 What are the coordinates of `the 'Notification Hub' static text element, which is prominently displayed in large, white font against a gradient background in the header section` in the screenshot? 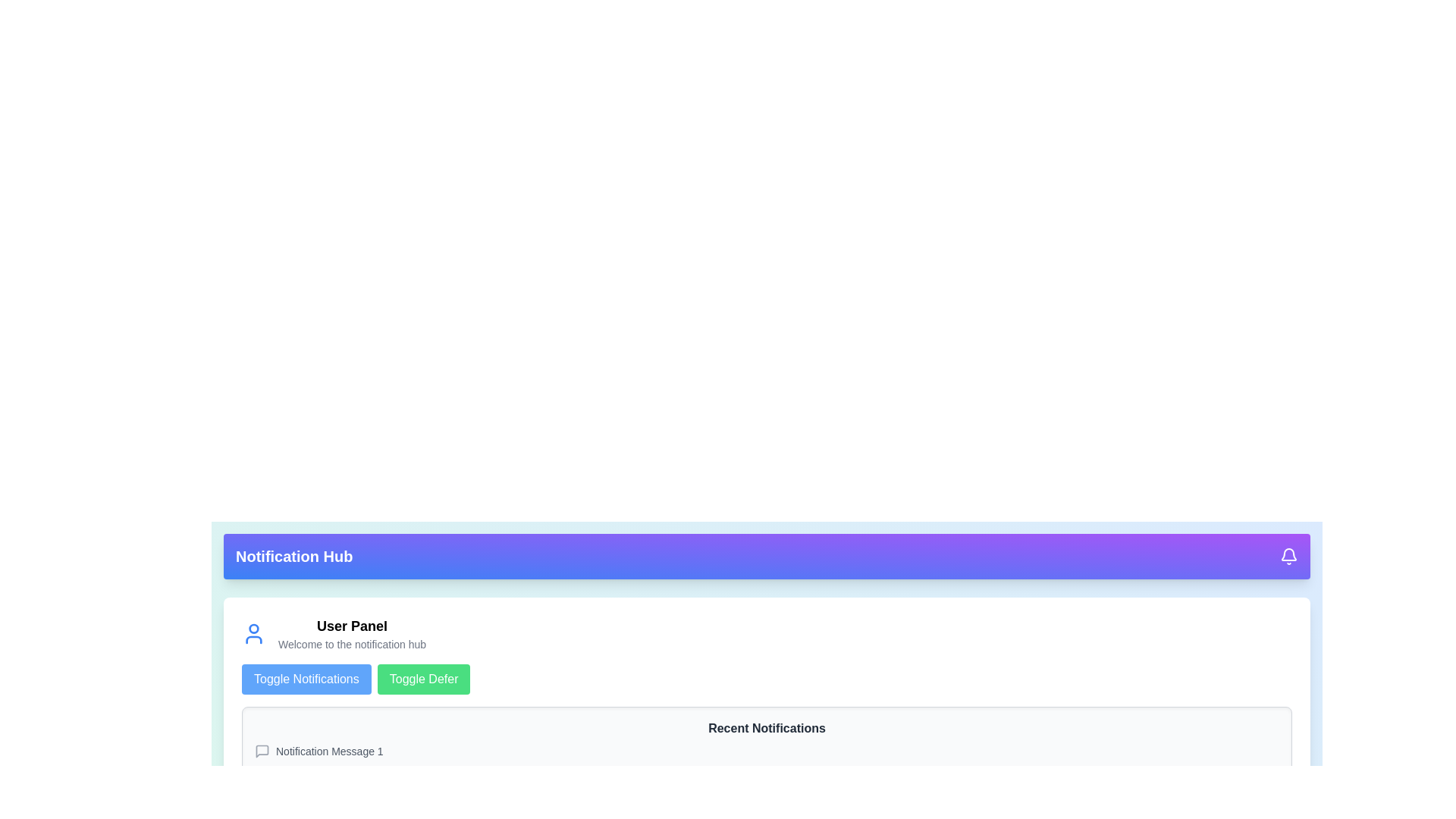 It's located at (294, 556).